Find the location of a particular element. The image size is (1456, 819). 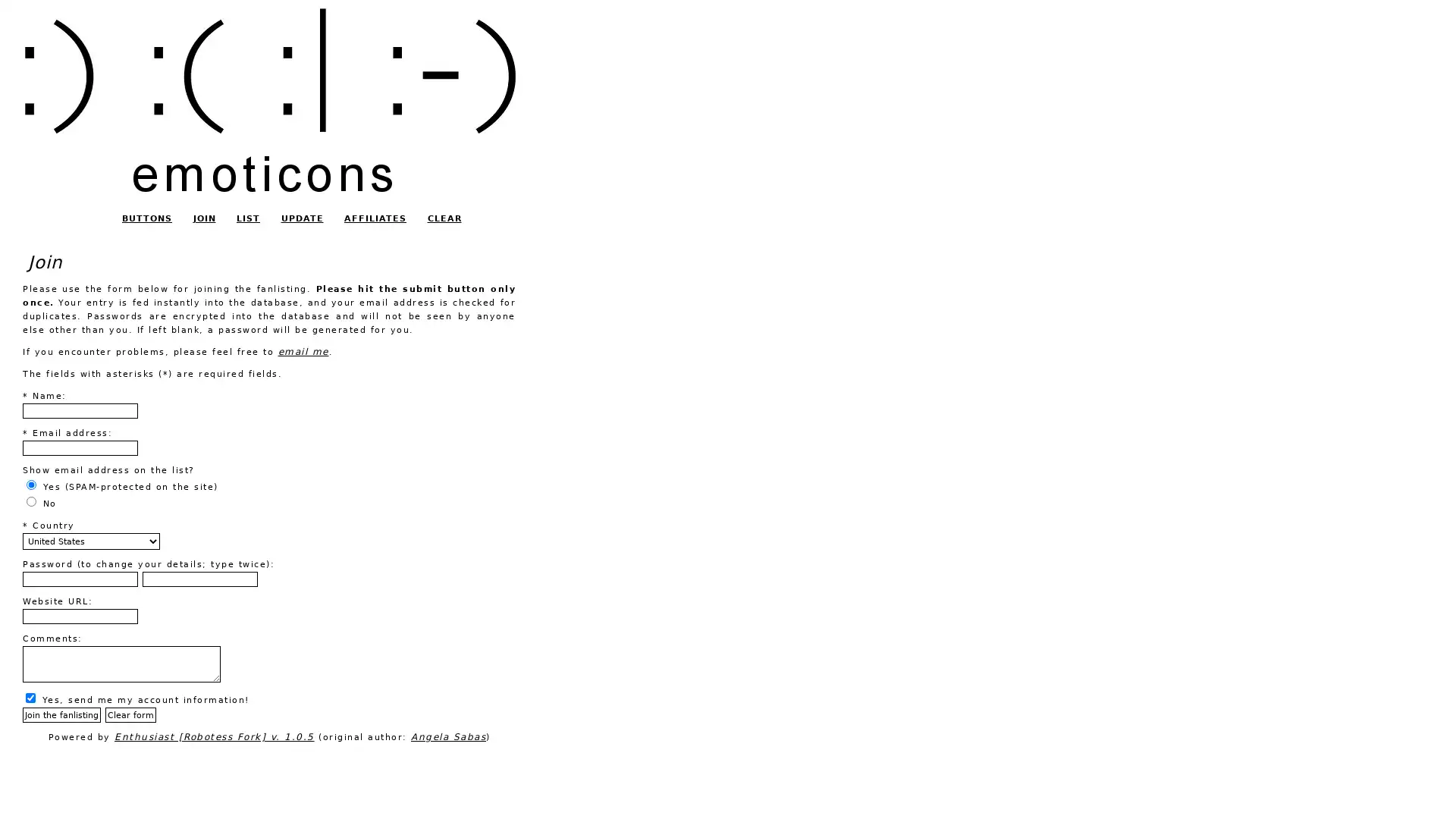

Clear form is located at coordinates (130, 714).